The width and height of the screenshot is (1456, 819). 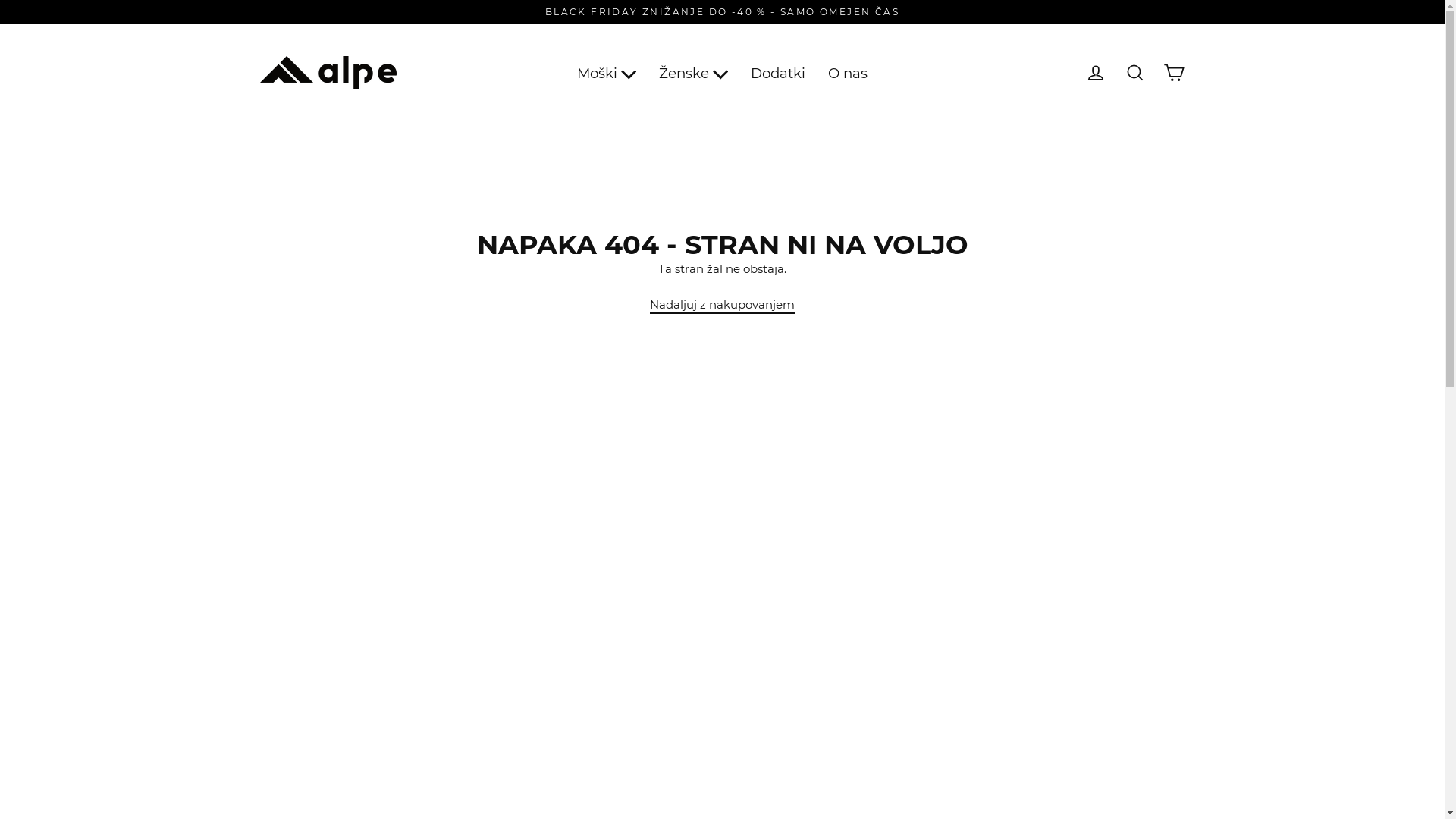 What do you see at coordinates (1095, 73) in the screenshot?
I see `'Prijavi se'` at bounding box center [1095, 73].